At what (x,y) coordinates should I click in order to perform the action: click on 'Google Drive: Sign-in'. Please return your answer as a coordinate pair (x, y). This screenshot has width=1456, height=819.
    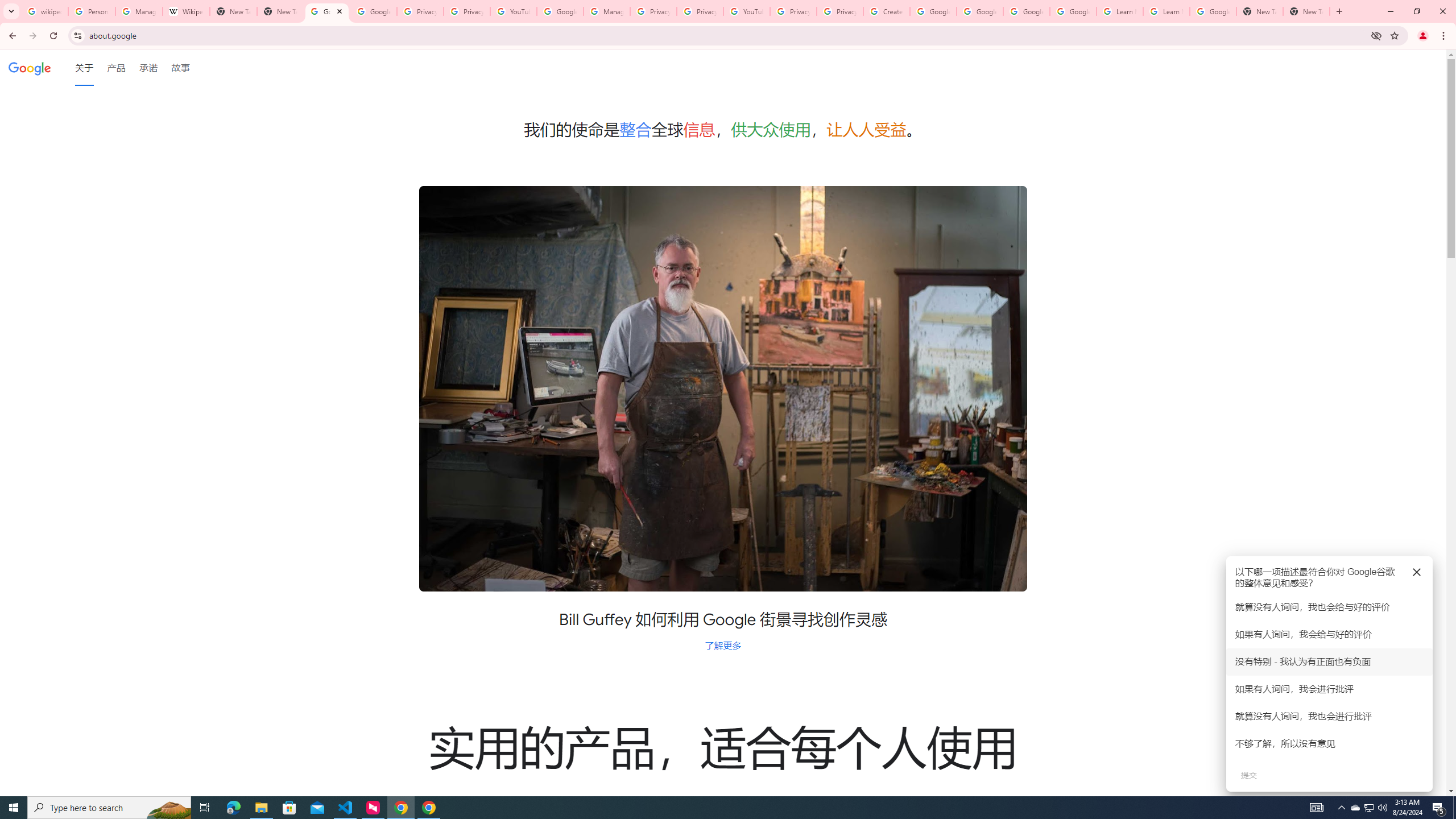
    Looking at the image, I should click on (373, 11).